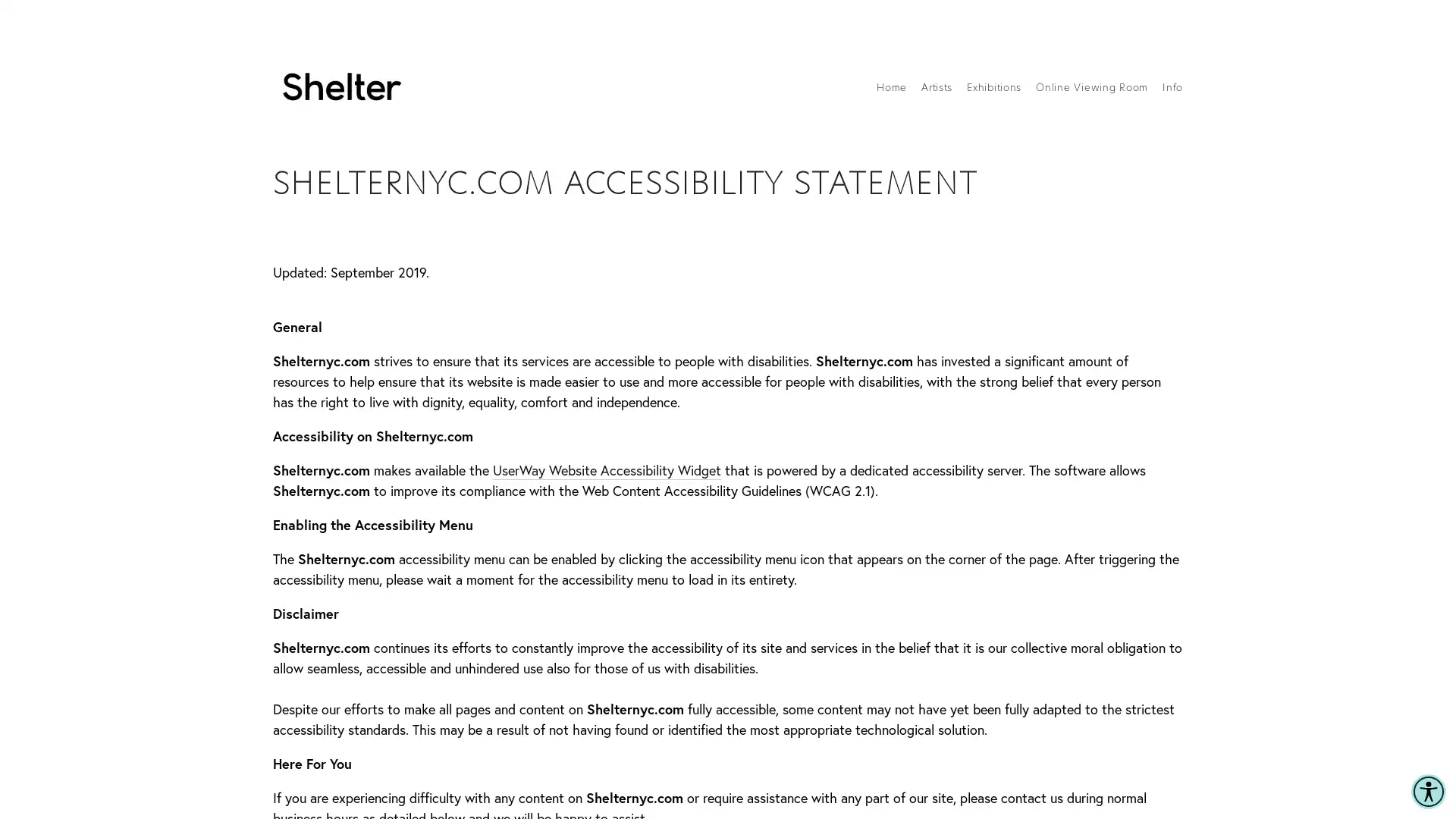 This screenshot has width=1456, height=819. Describe the element at coordinates (1427, 791) in the screenshot. I see `Accessibility Menu` at that location.